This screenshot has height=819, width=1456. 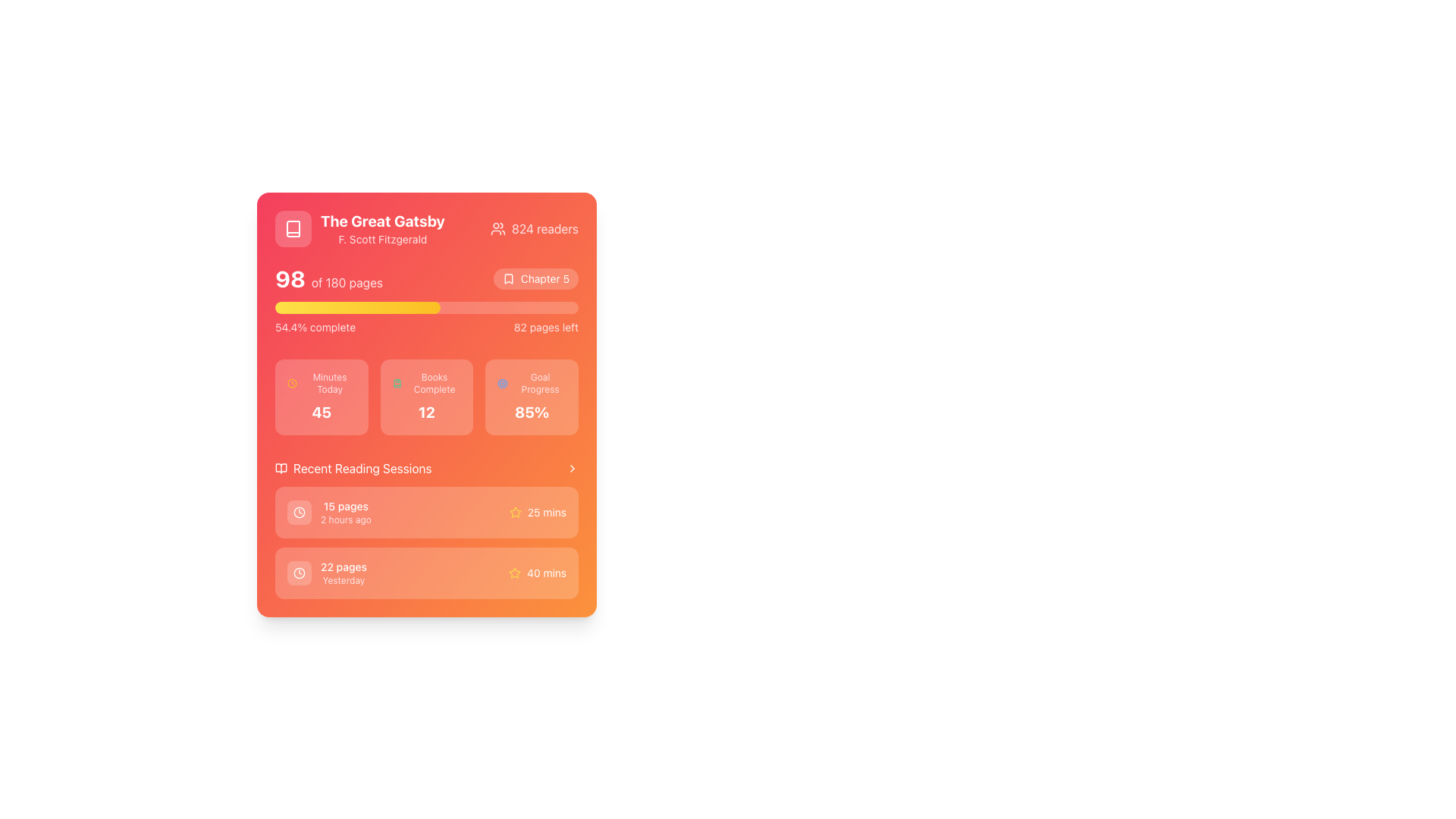 I want to click on the Button-like label with icon and text indicating the currently active chapter, located in the upper-right of the card interface, next to '98 of 180 pages', so click(x=535, y=278).